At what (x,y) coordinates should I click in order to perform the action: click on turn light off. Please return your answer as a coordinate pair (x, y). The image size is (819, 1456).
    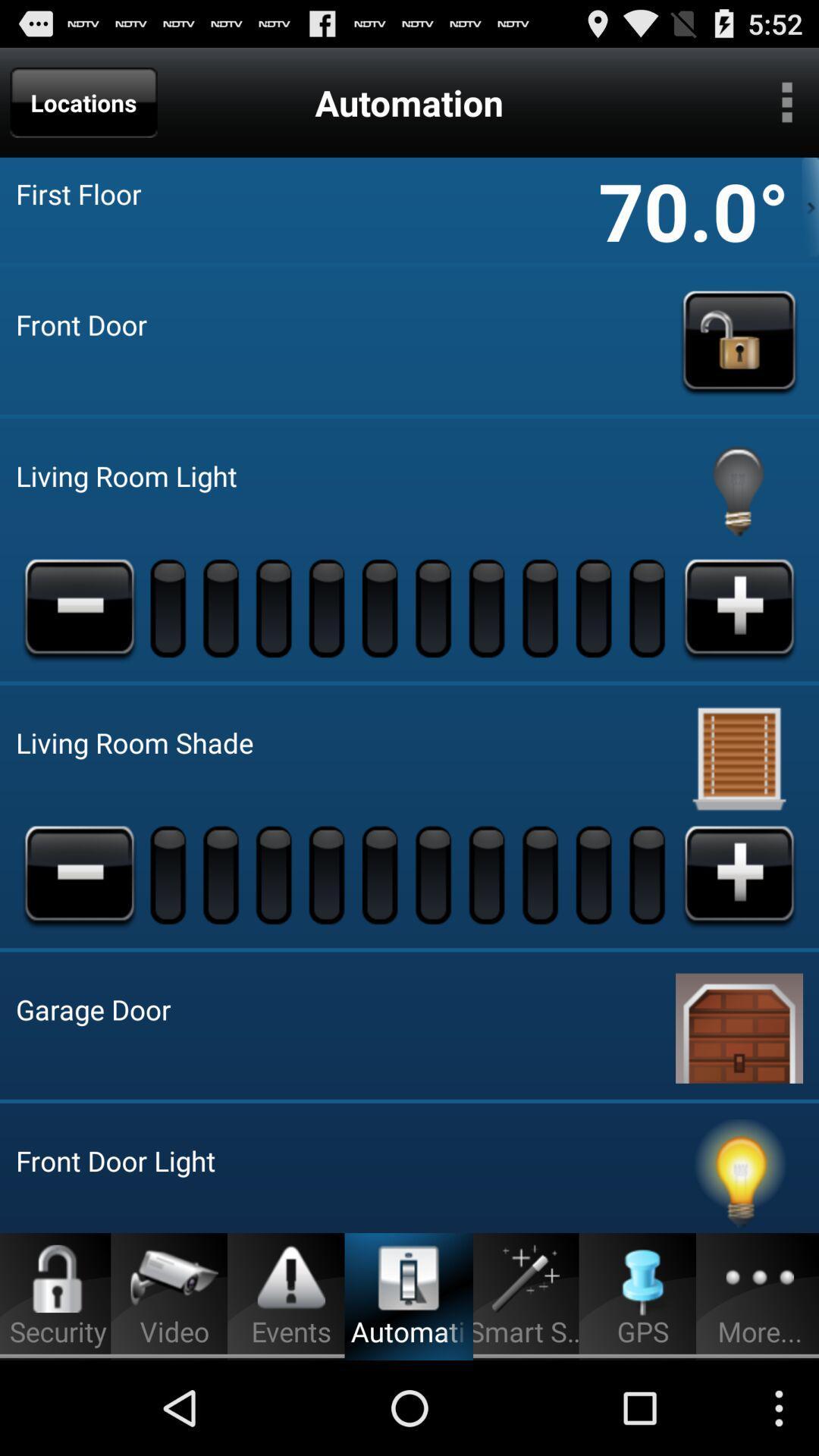
    Looking at the image, I should click on (739, 1175).